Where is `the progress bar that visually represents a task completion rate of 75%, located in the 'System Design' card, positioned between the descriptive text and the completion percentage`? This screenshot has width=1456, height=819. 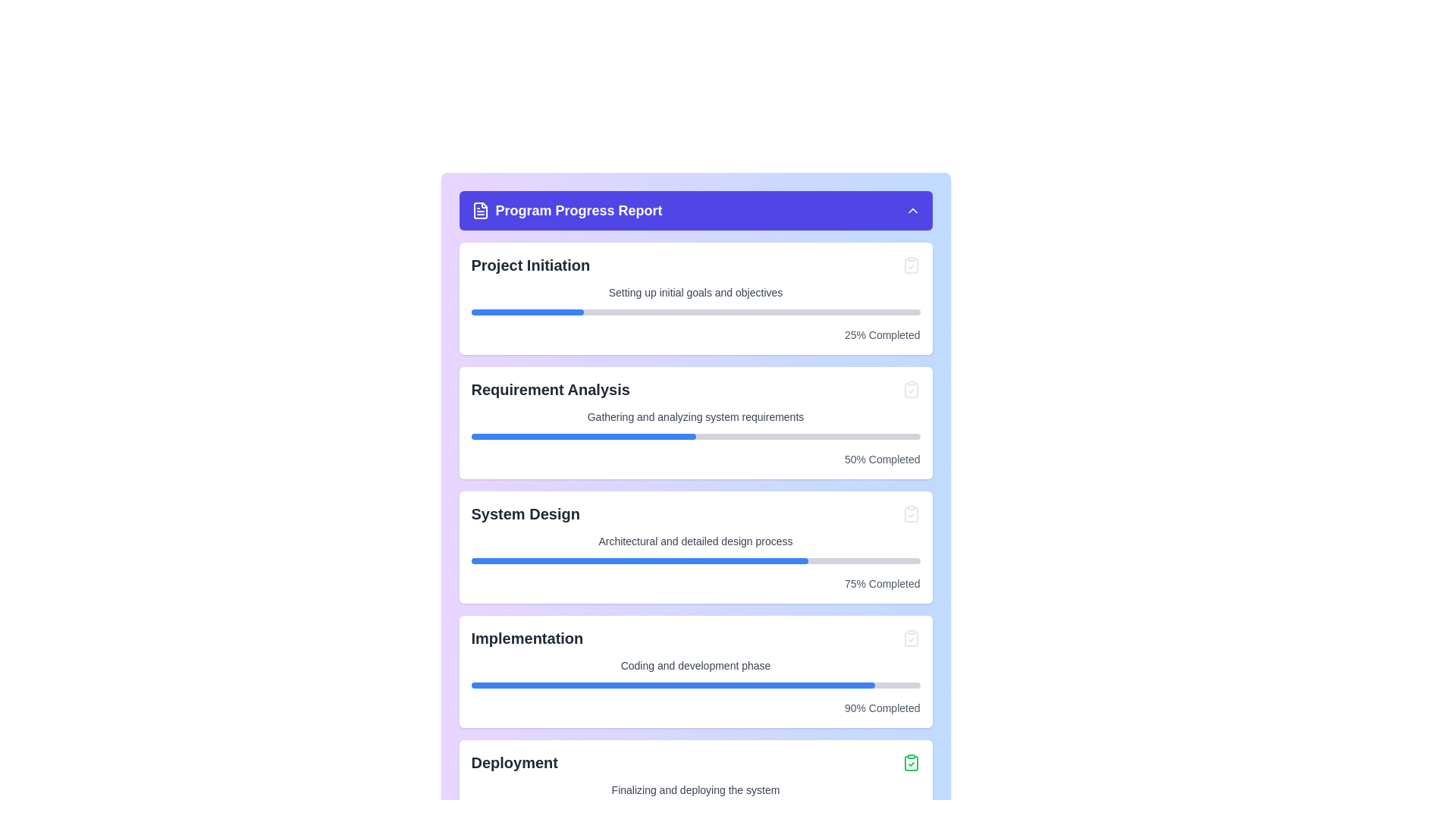 the progress bar that visually represents a task completion rate of 75%, located in the 'System Design' card, positioned between the descriptive text and the completion percentage is located at coordinates (695, 561).